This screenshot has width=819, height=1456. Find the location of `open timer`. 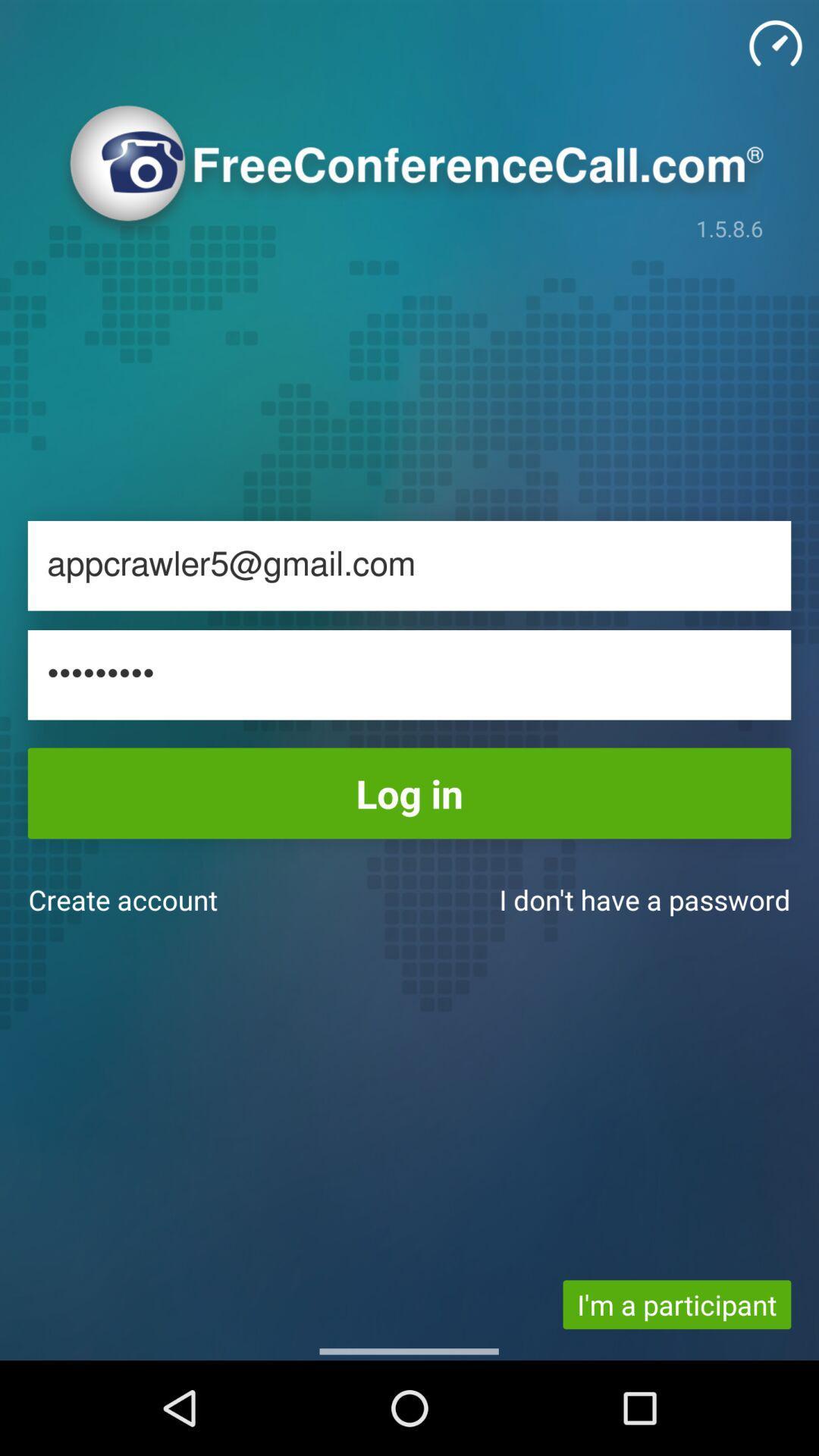

open timer is located at coordinates (775, 43).